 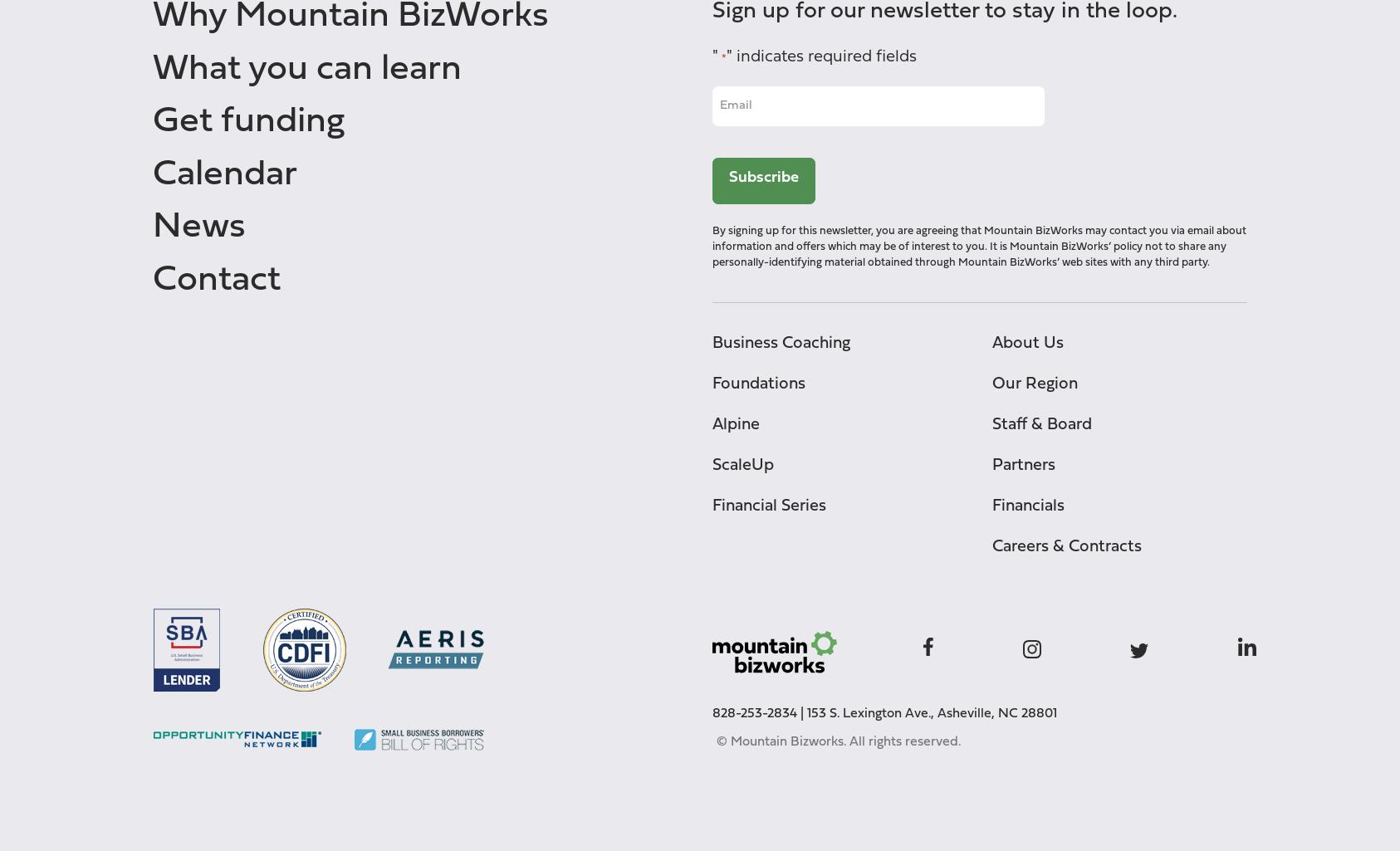 I want to click on '" indicates required fields', so click(x=821, y=55).